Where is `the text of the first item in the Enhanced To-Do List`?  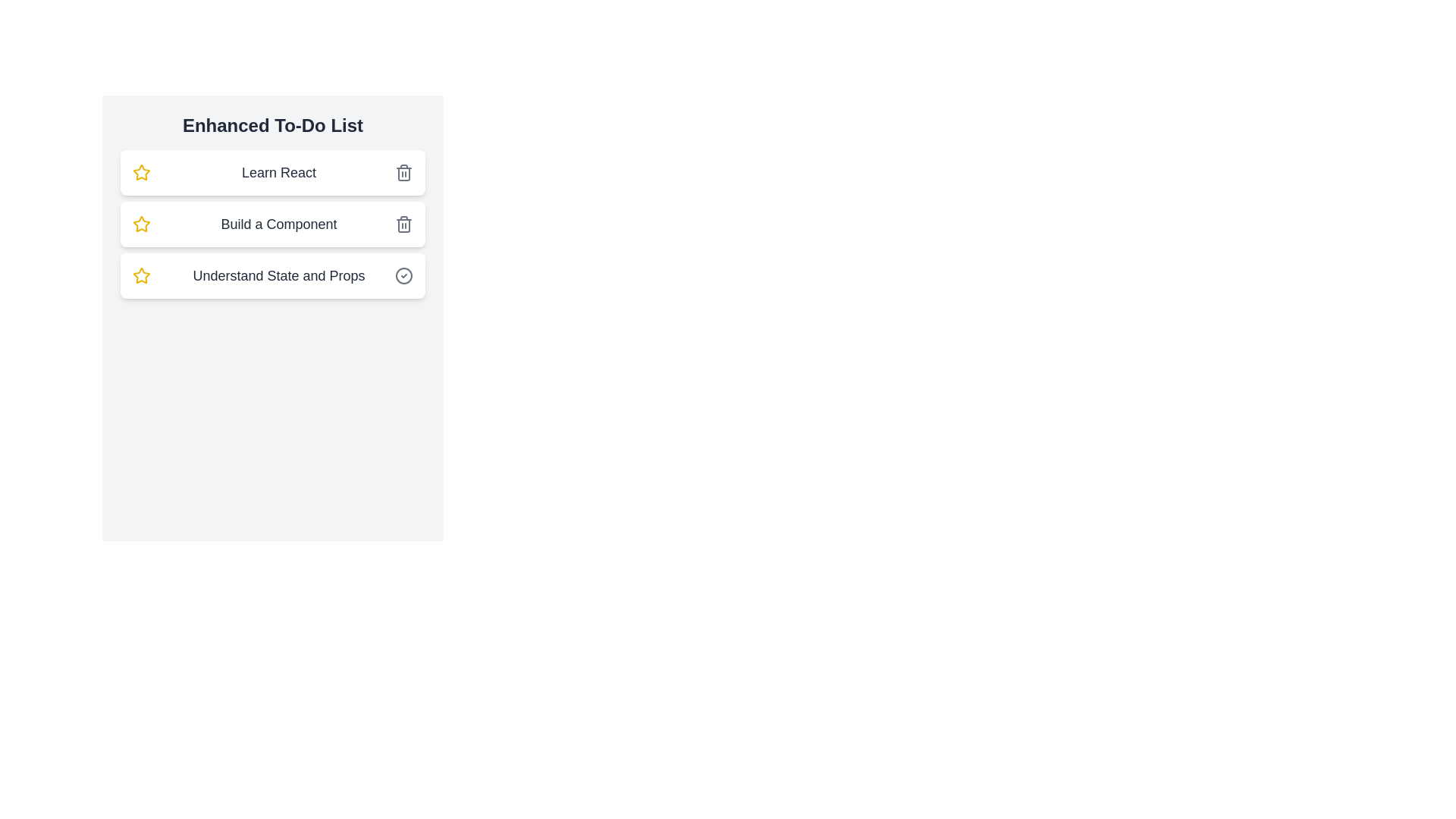 the text of the first item in the Enhanced To-Do List is located at coordinates (273, 171).